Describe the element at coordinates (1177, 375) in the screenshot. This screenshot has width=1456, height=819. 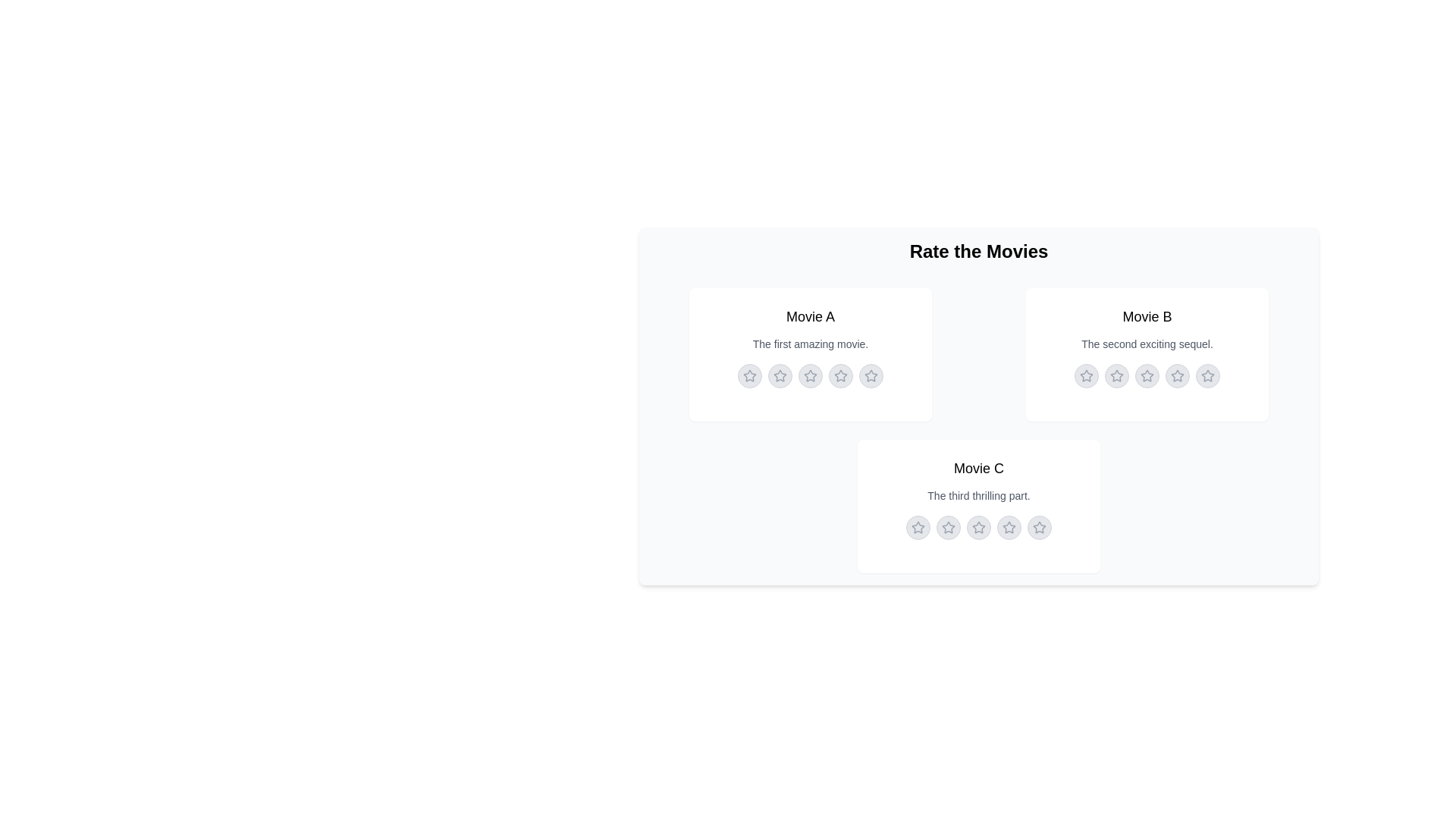
I see `the fourth star icon in the rating system for 'Movie B', which is represented as an unselected star with a gray outline` at that location.